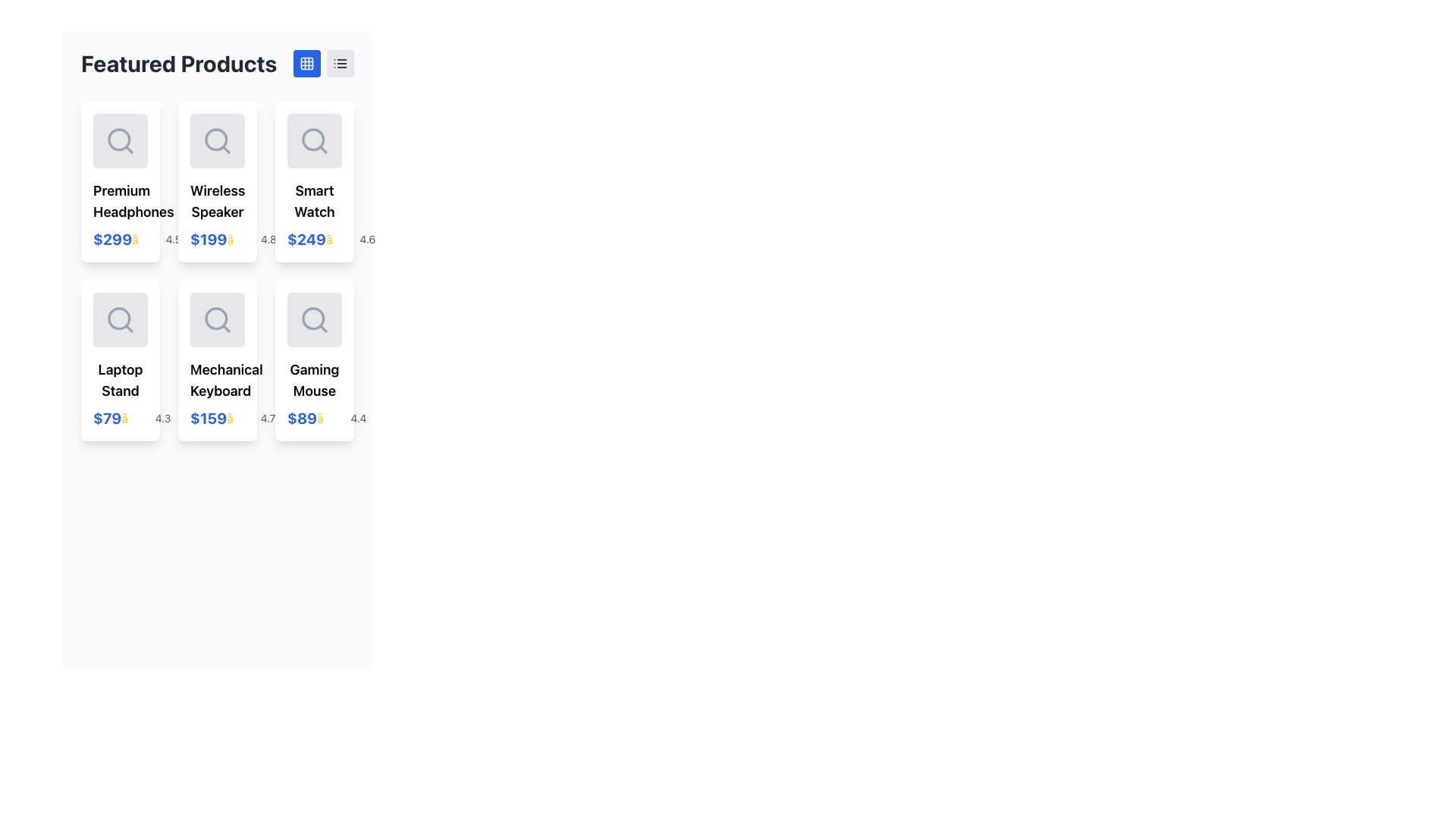  I want to click on the static text display showing the price of the product 'Premium Headphones' located in the first column and first row of the grid under the 'Featured Products' section, so click(111, 239).